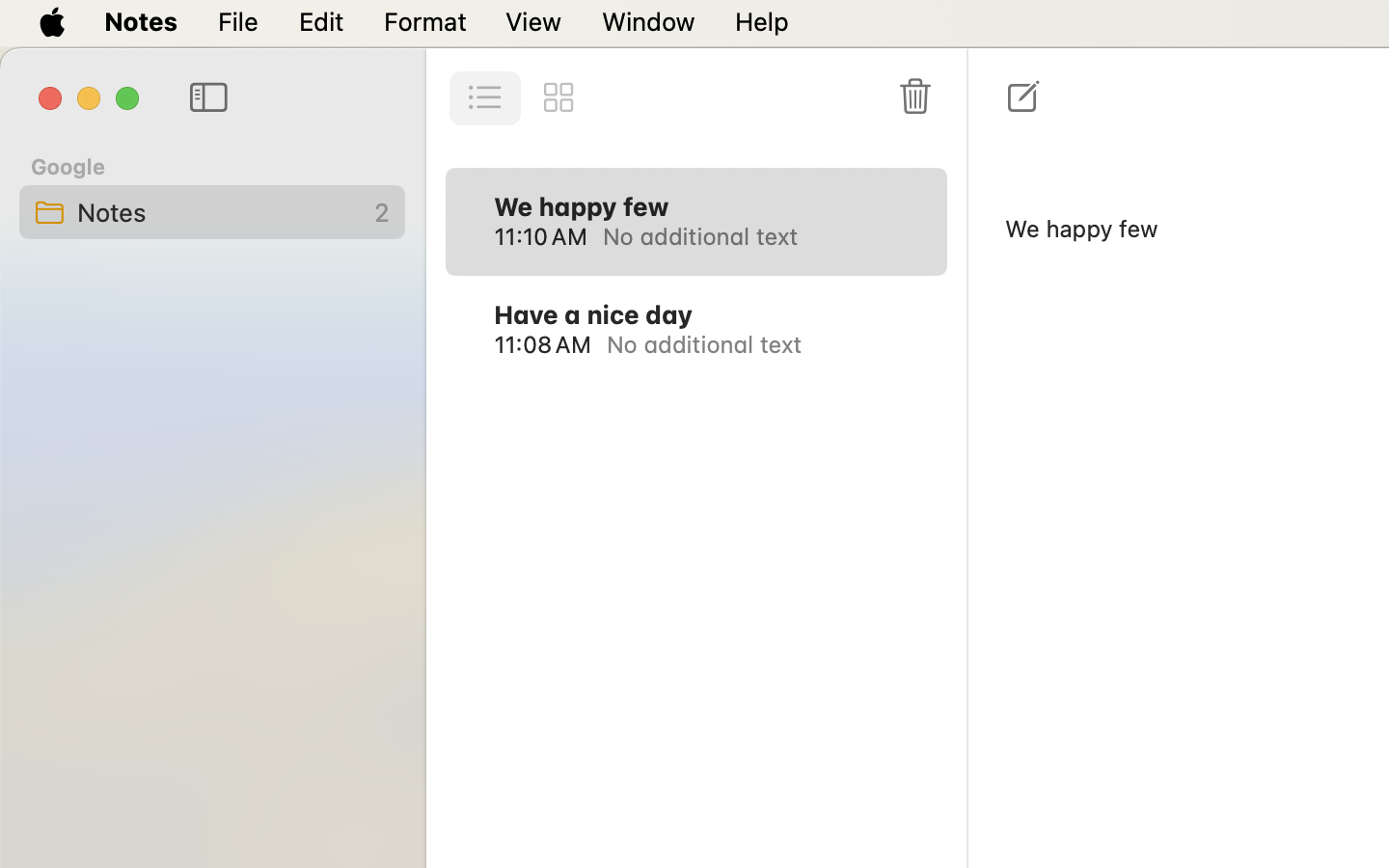  What do you see at coordinates (751, 234) in the screenshot?
I see `'No additional text'` at bounding box center [751, 234].